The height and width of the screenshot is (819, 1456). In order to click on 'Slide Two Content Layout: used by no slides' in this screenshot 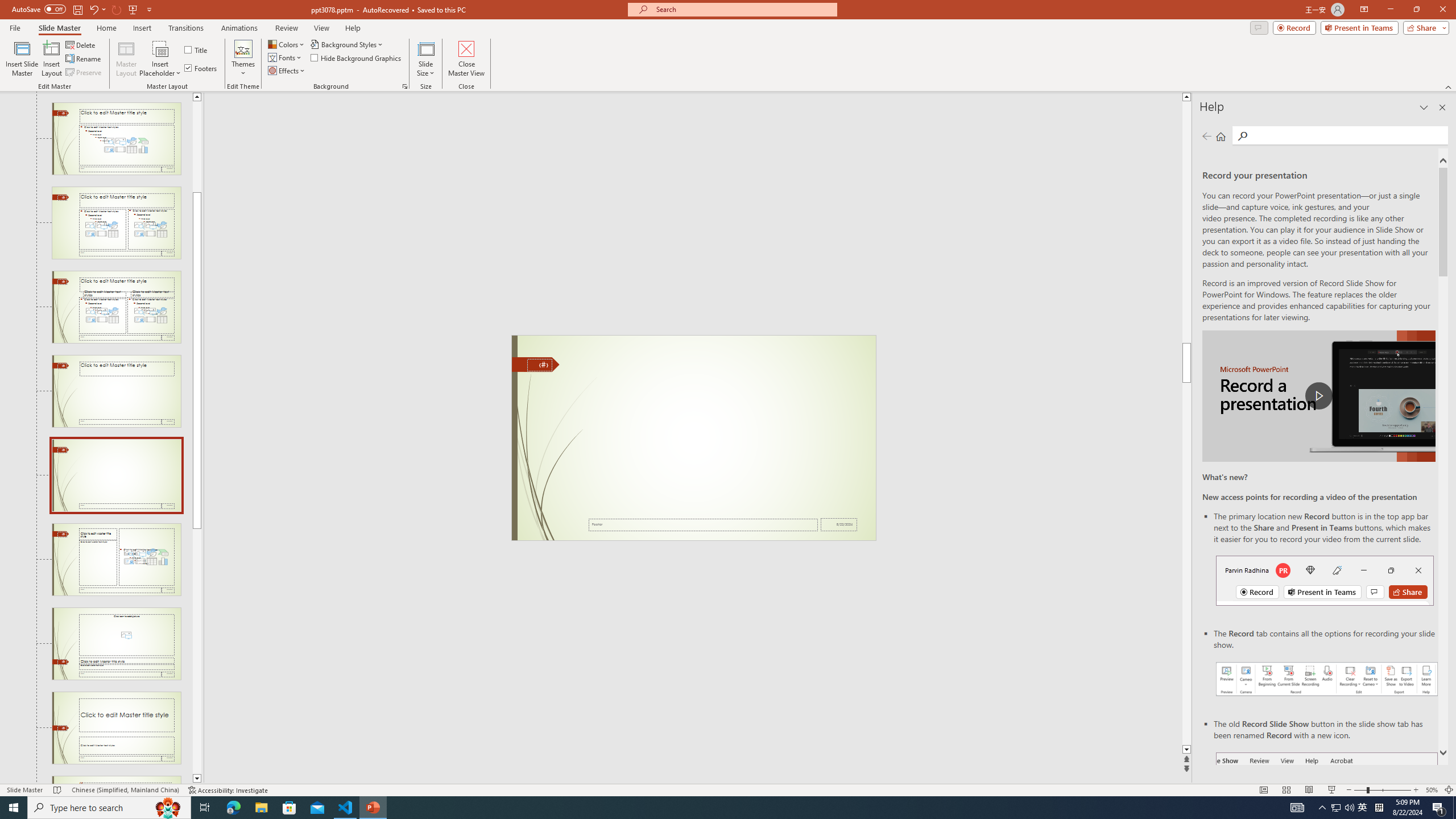, I will do `click(115, 222)`.